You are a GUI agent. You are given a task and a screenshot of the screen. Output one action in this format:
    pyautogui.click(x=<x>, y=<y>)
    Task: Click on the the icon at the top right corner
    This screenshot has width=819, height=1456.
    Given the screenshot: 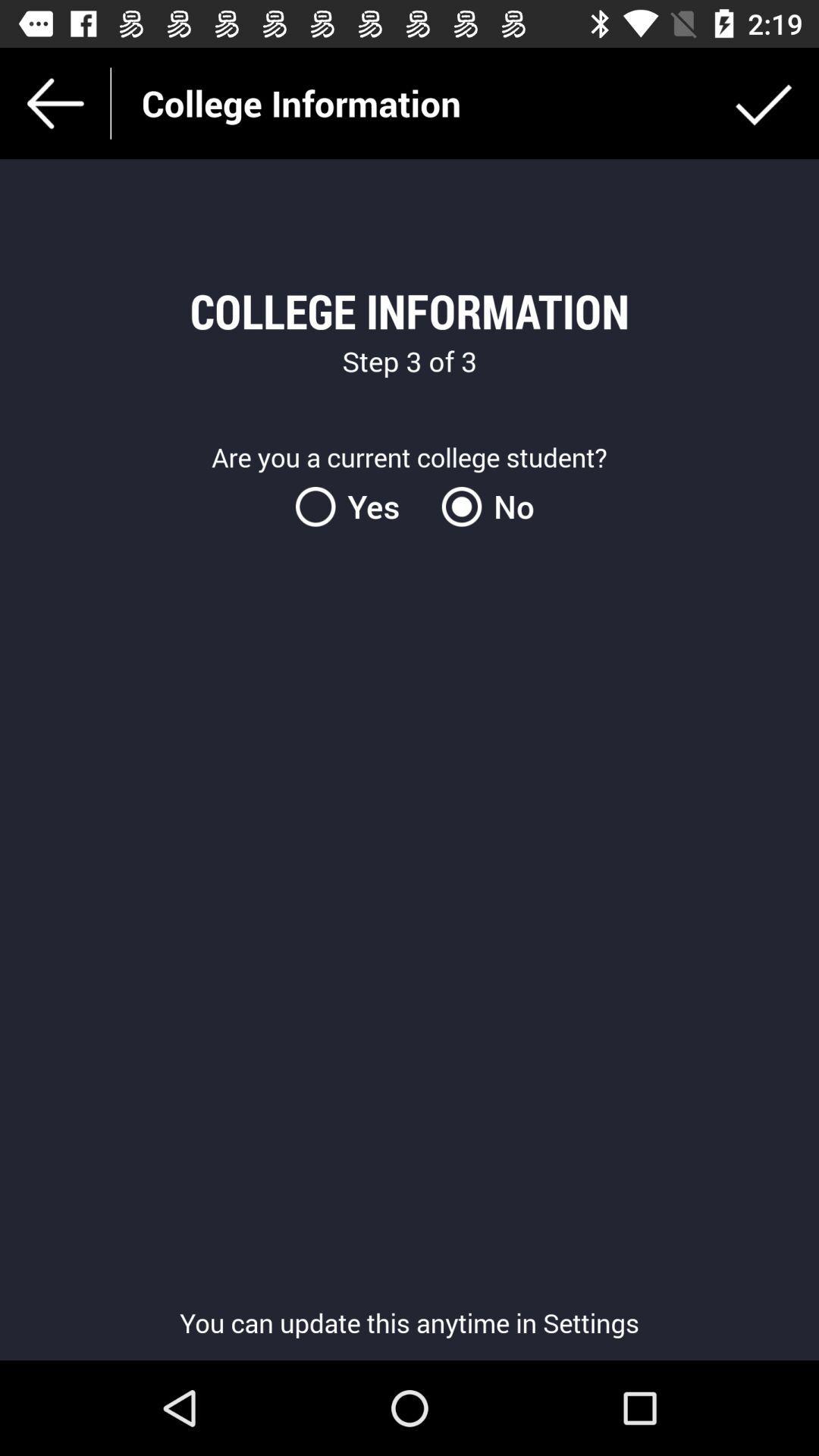 What is the action you would take?
    pyautogui.click(x=763, y=102)
    